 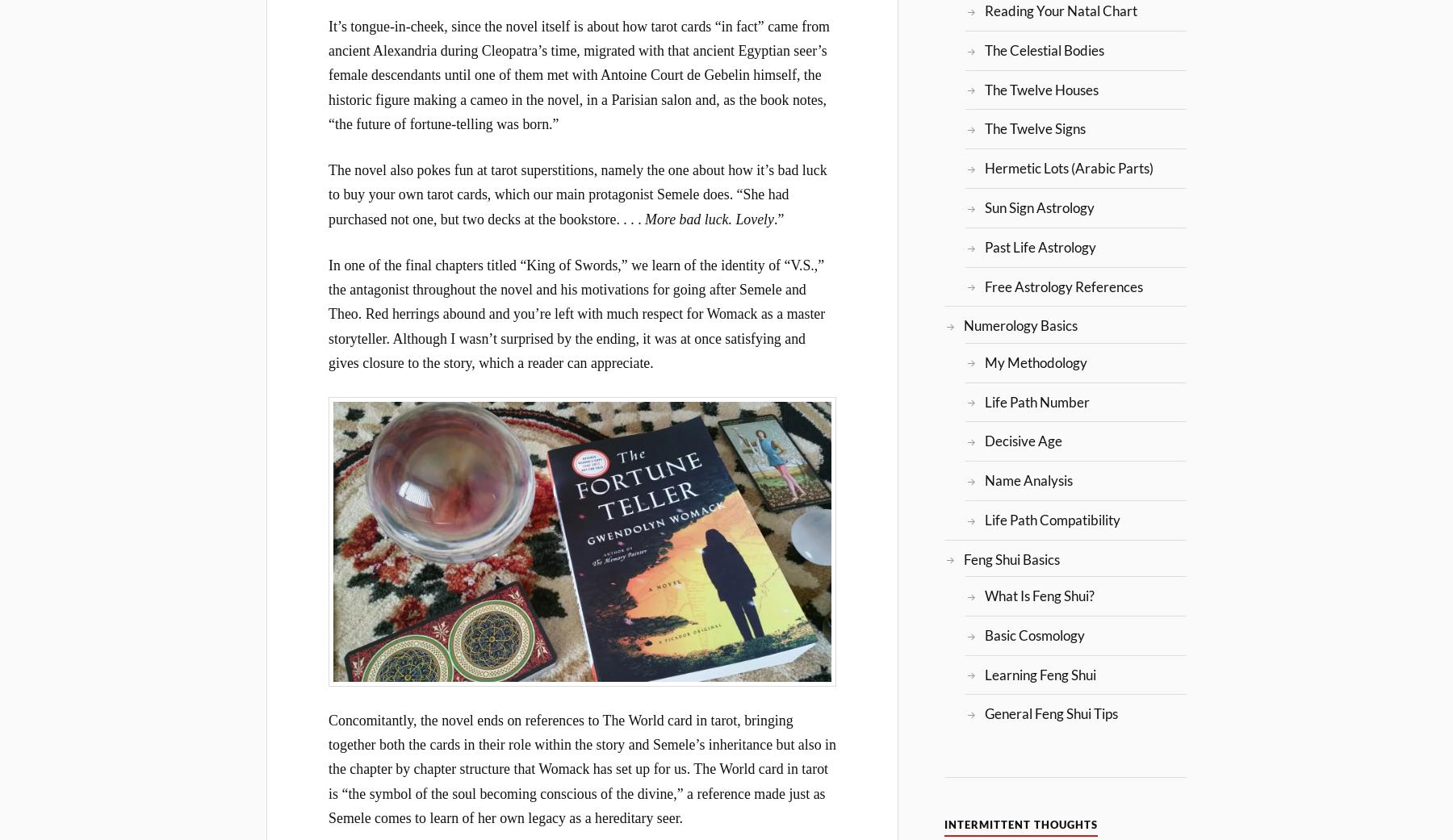 I want to click on 'The Celestial Bodies', so click(x=1043, y=48).